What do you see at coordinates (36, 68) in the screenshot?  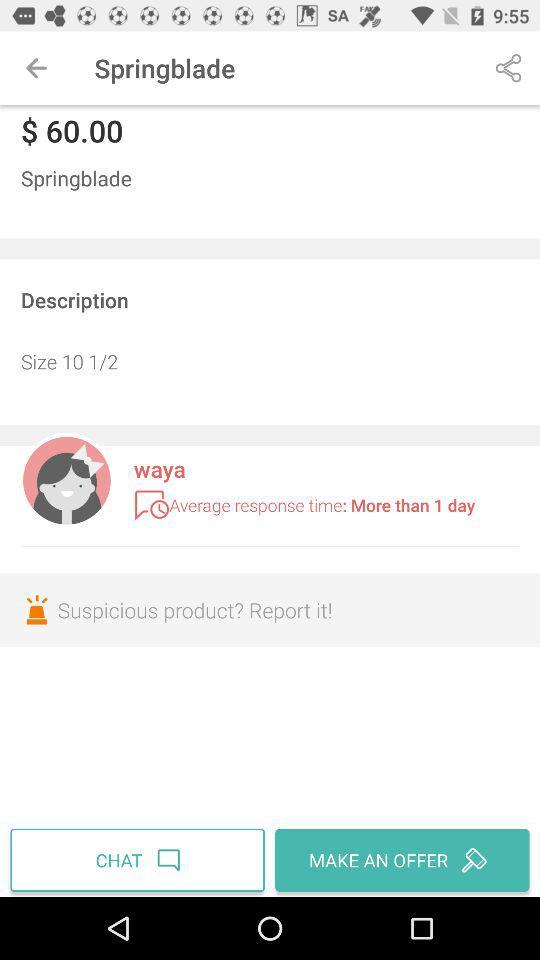 I see `icon above $ 60.00 icon` at bounding box center [36, 68].